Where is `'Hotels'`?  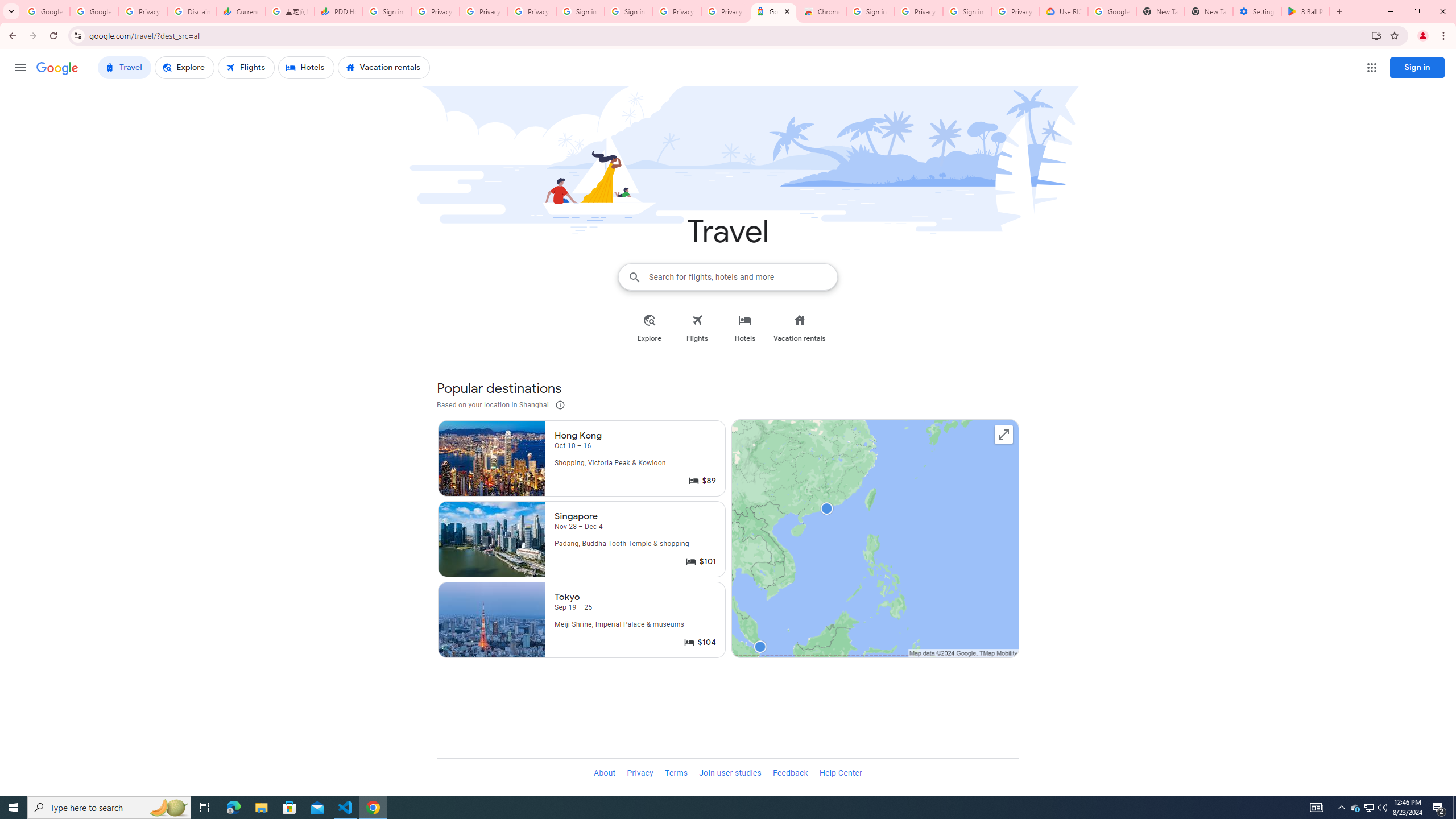 'Hotels' is located at coordinates (744, 328).